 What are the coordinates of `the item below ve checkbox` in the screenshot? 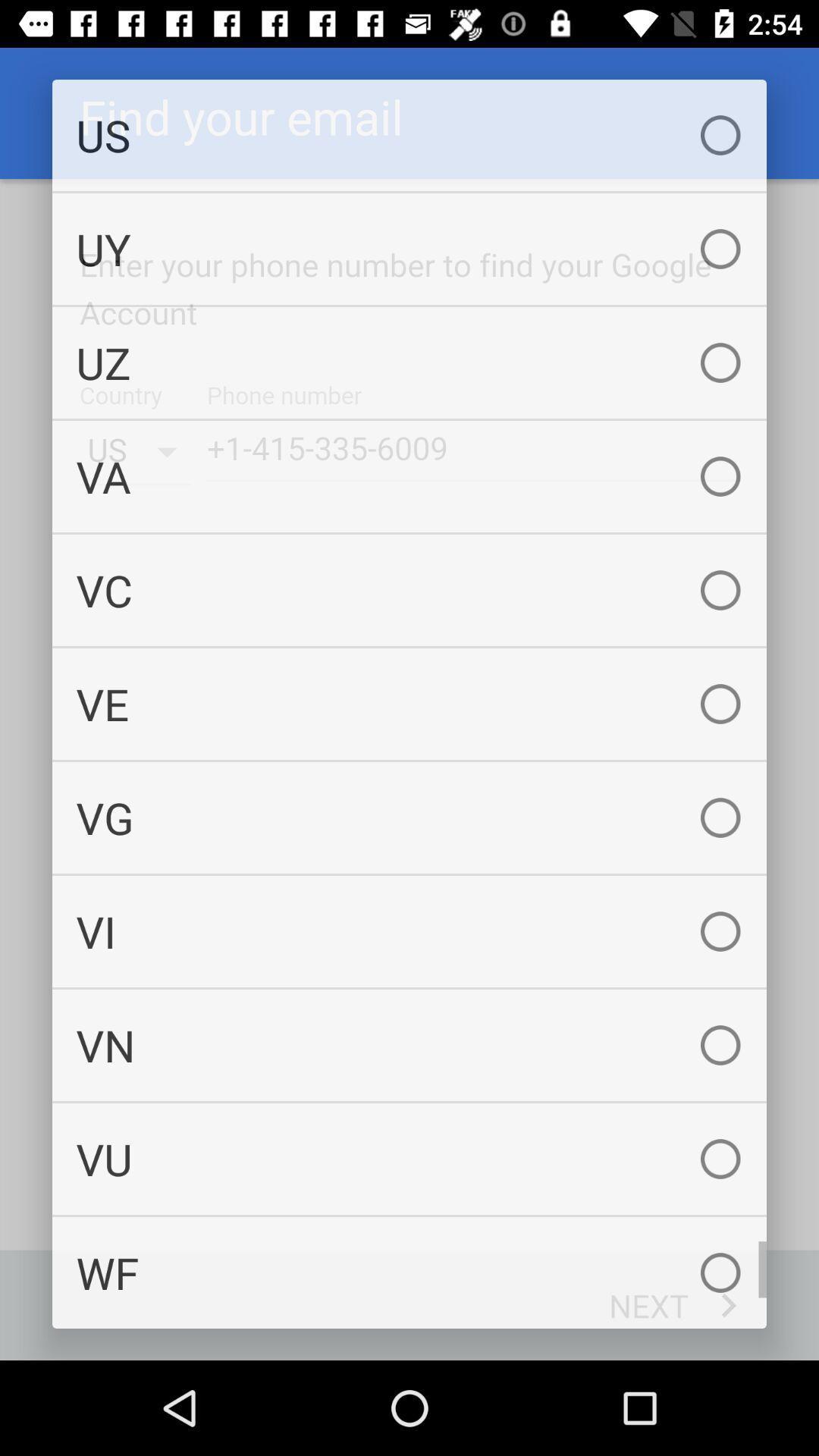 It's located at (409, 817).